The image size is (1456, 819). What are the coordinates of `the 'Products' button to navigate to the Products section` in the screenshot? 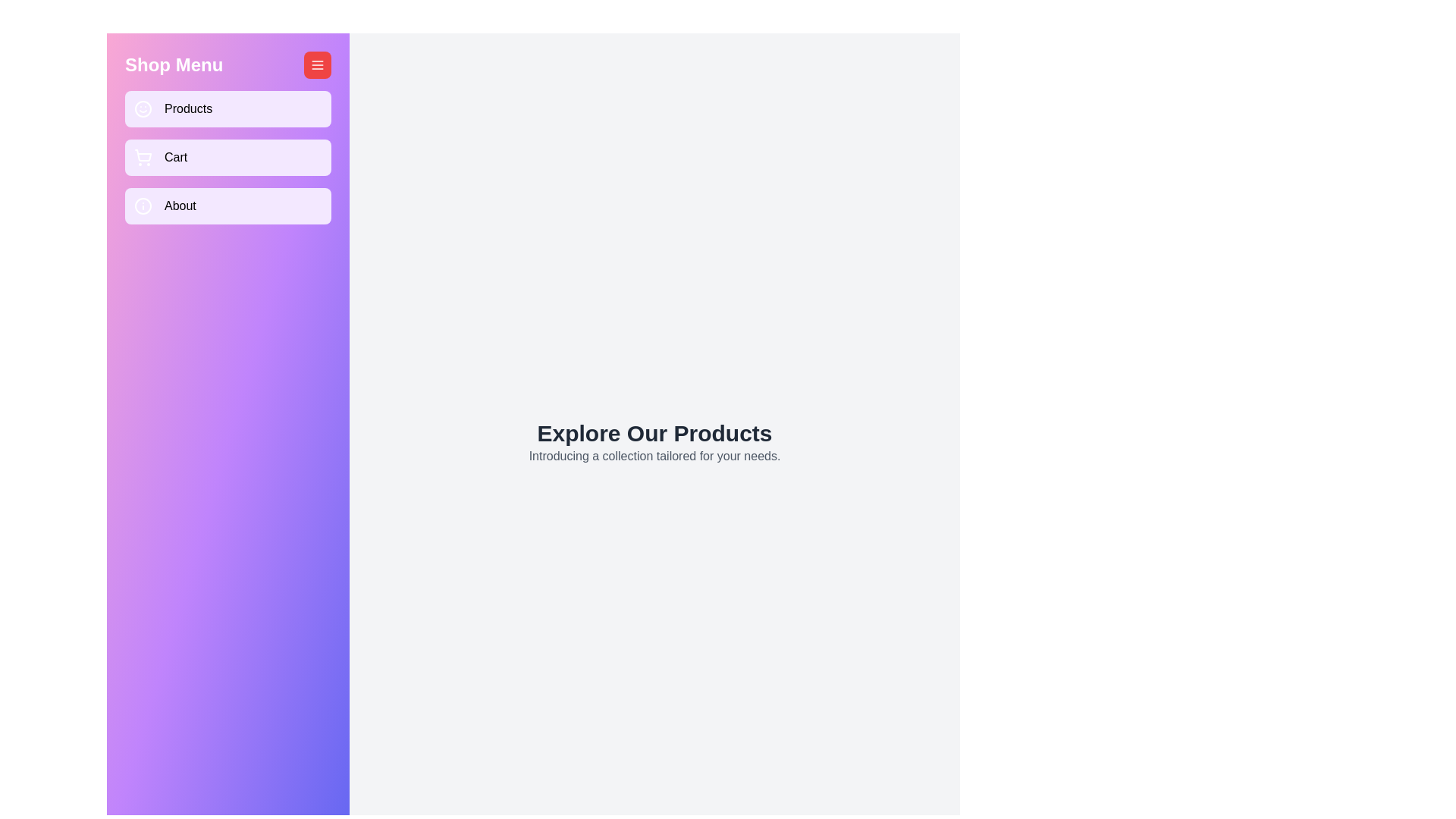 It's located at (227, 108).